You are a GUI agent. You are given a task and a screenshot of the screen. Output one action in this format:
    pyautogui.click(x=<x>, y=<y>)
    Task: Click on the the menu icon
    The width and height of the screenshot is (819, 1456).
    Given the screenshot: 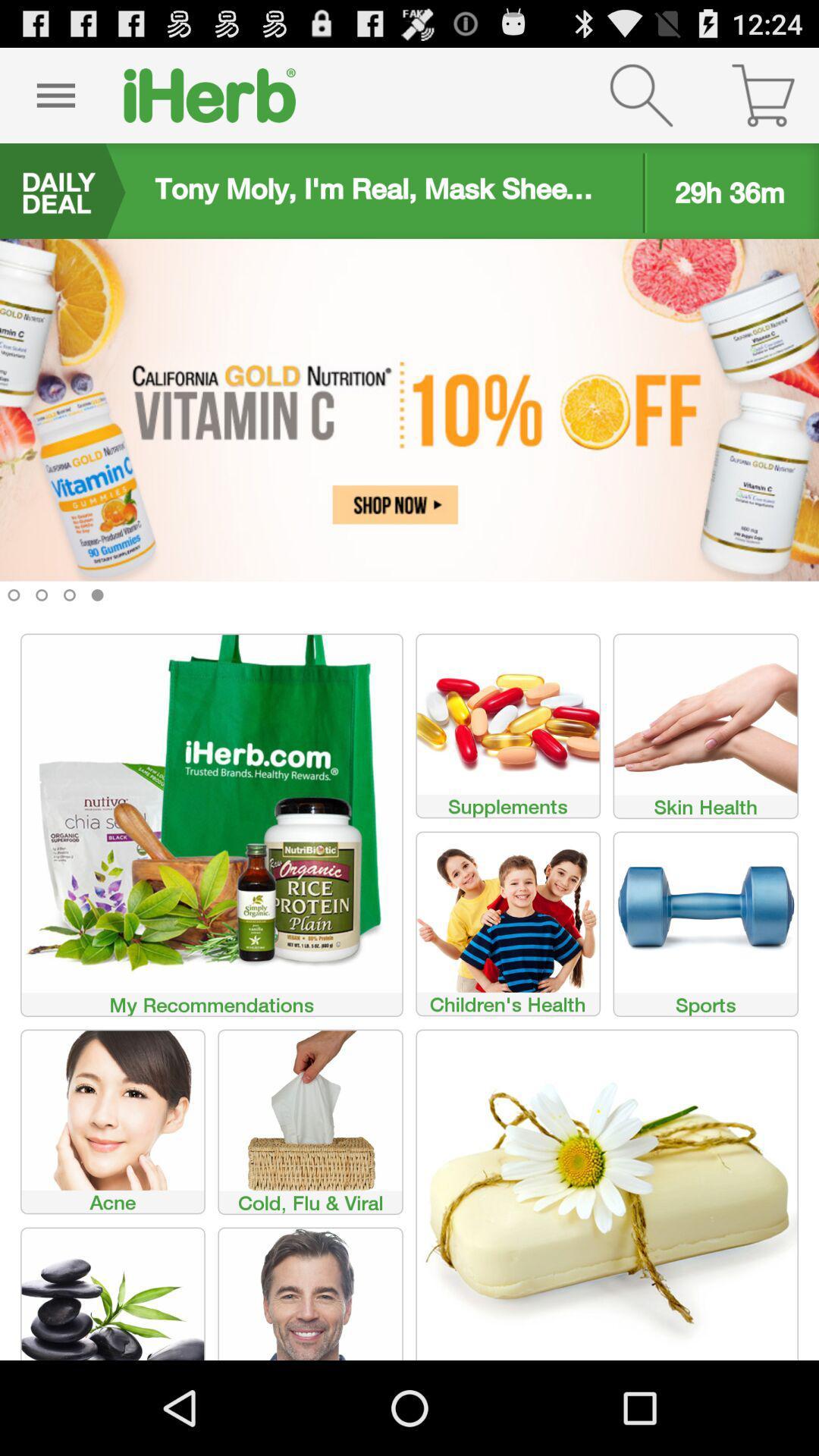 What is the action you would take?
    pyautogui.click(x=55, y=101)
    